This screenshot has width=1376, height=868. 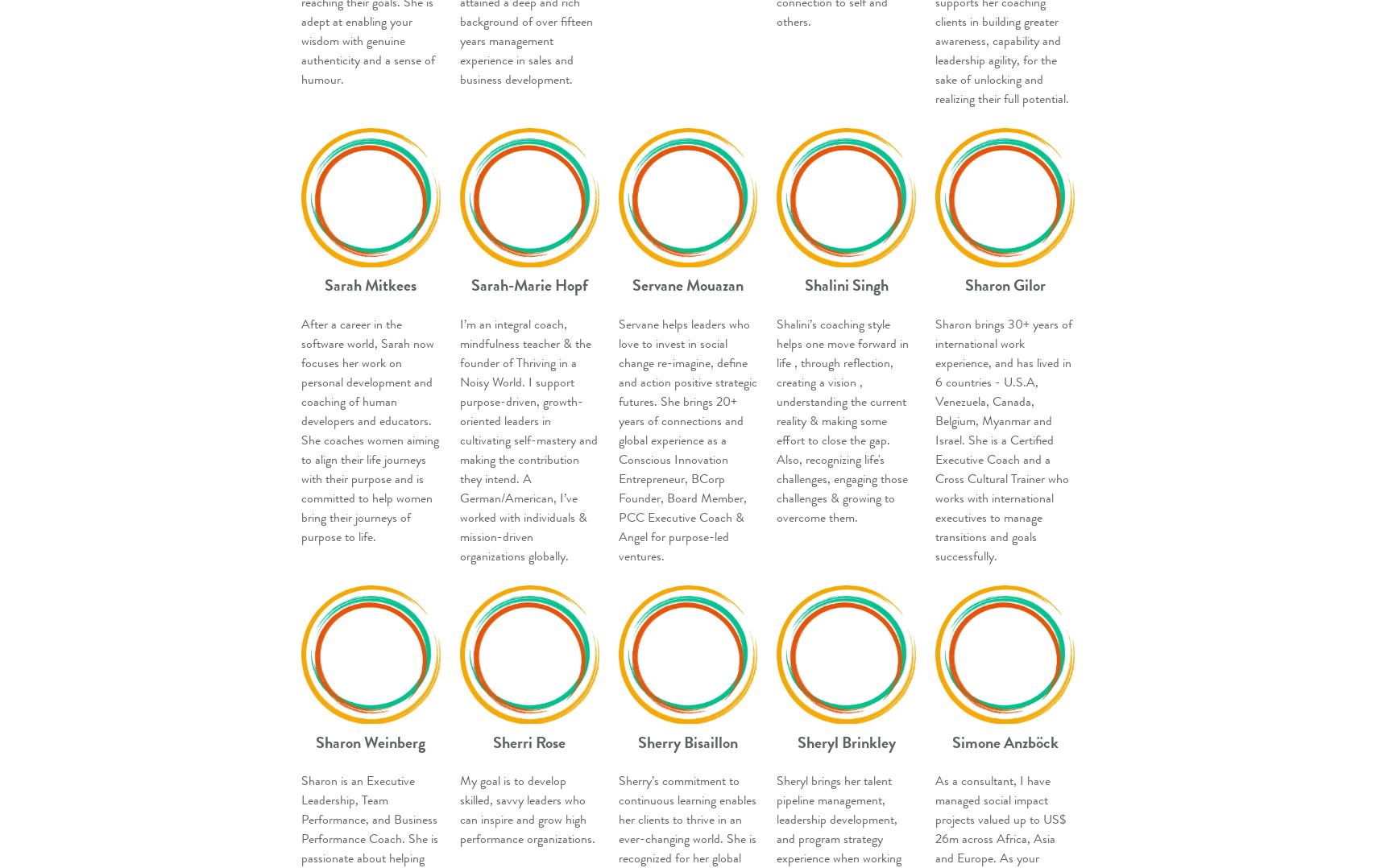 I want to click on 'Sharon Gilor', so click(x=1005, y=285).